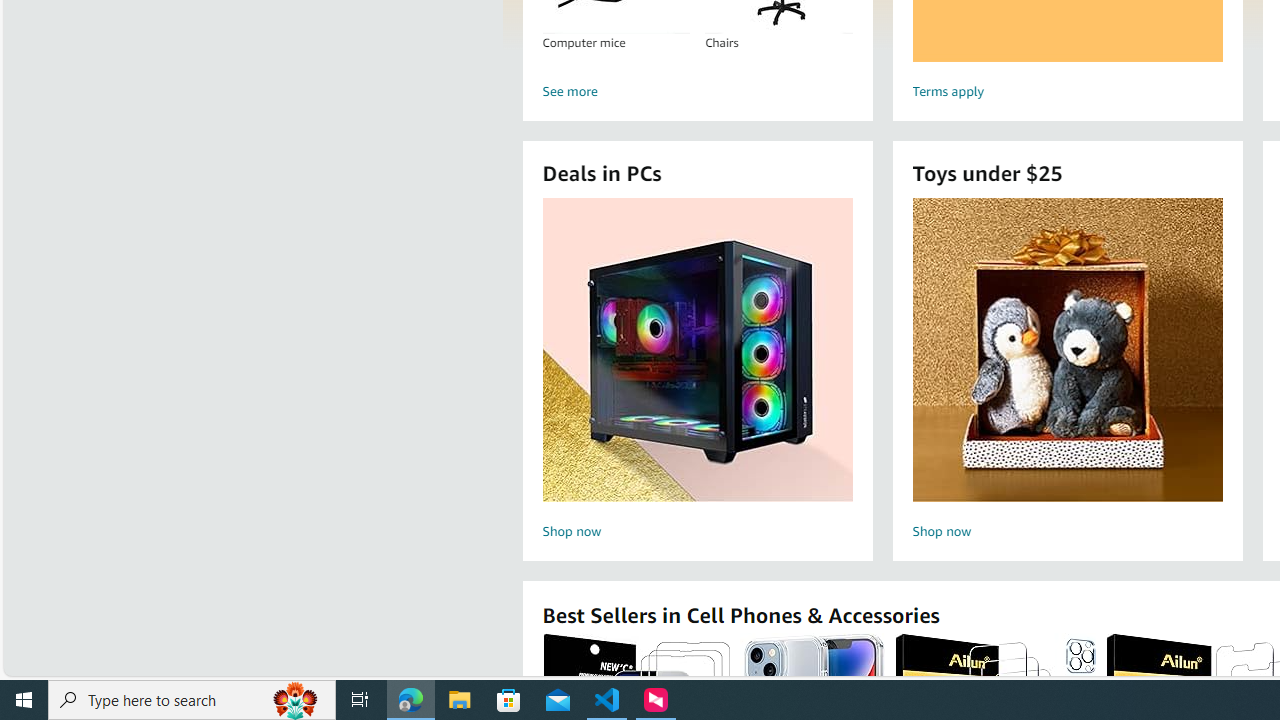  What do you see at coordinates (697, 348) in the screenshot?
I see `'Deals in PCs'` at bounding box center [697, 348].